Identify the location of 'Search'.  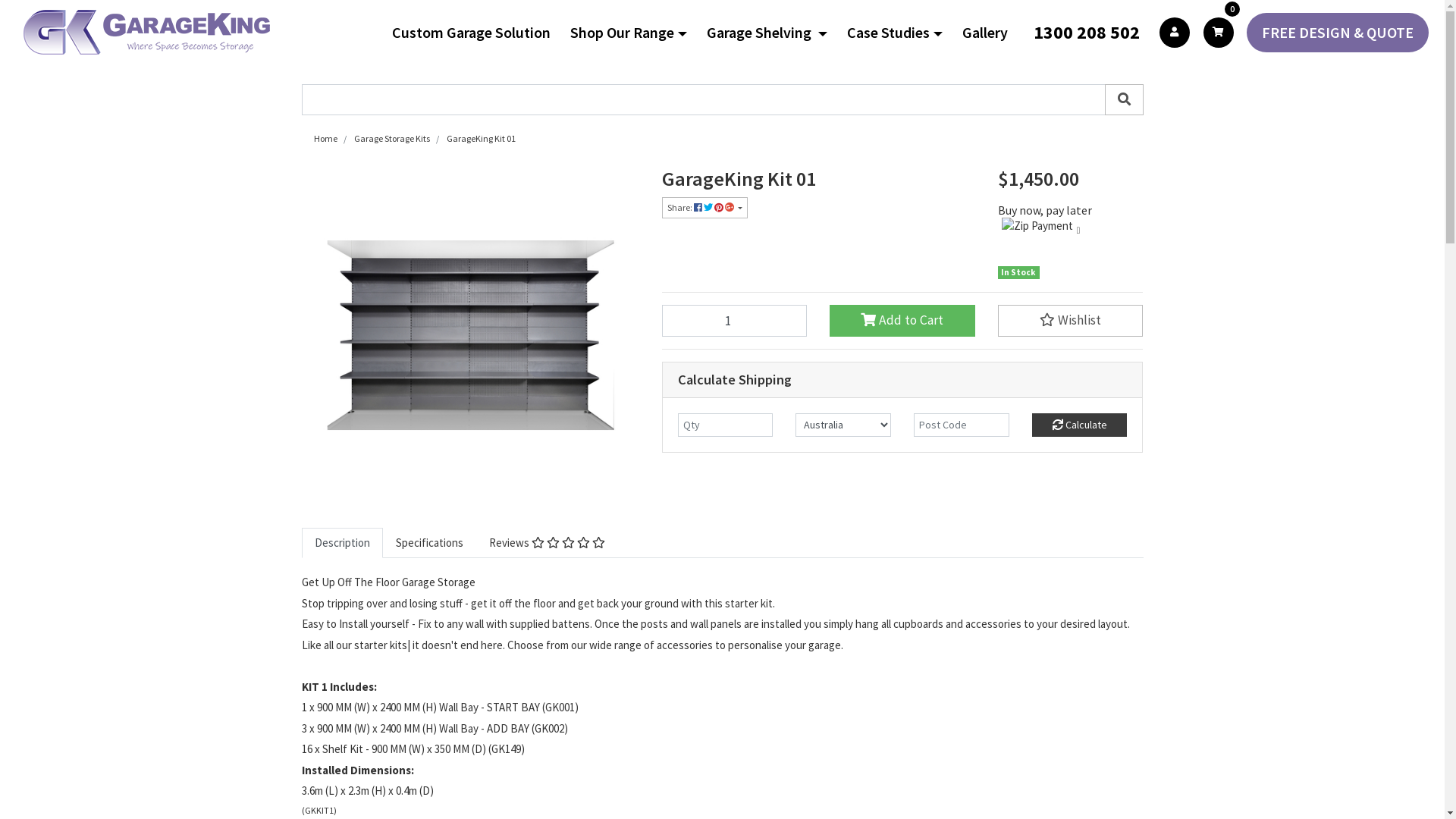
(1123, 99).